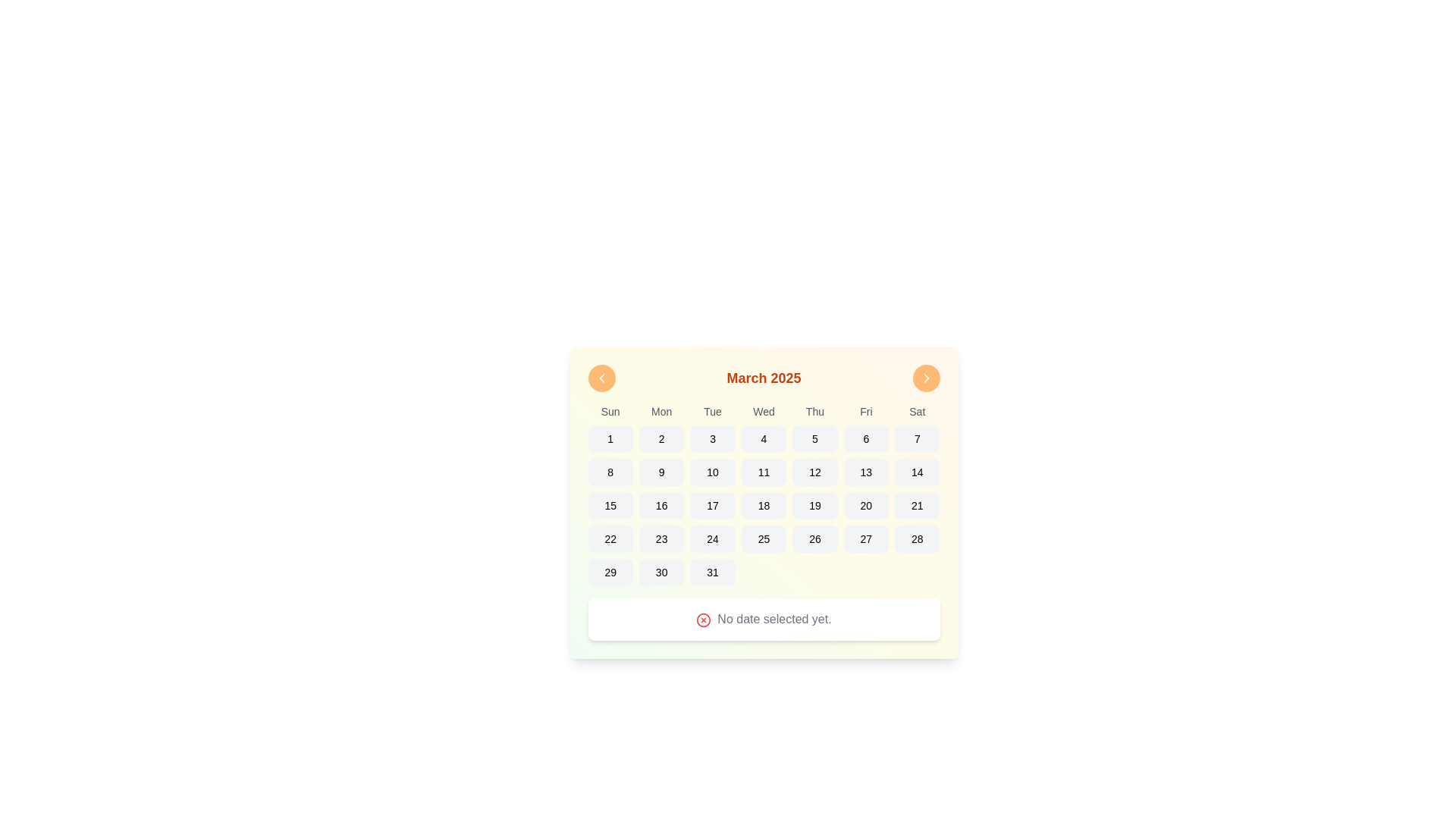  I want to click on the button displaying the number '19' in the sixth row and fifth column of the calendar grid to change its background color, so click(814, 506).